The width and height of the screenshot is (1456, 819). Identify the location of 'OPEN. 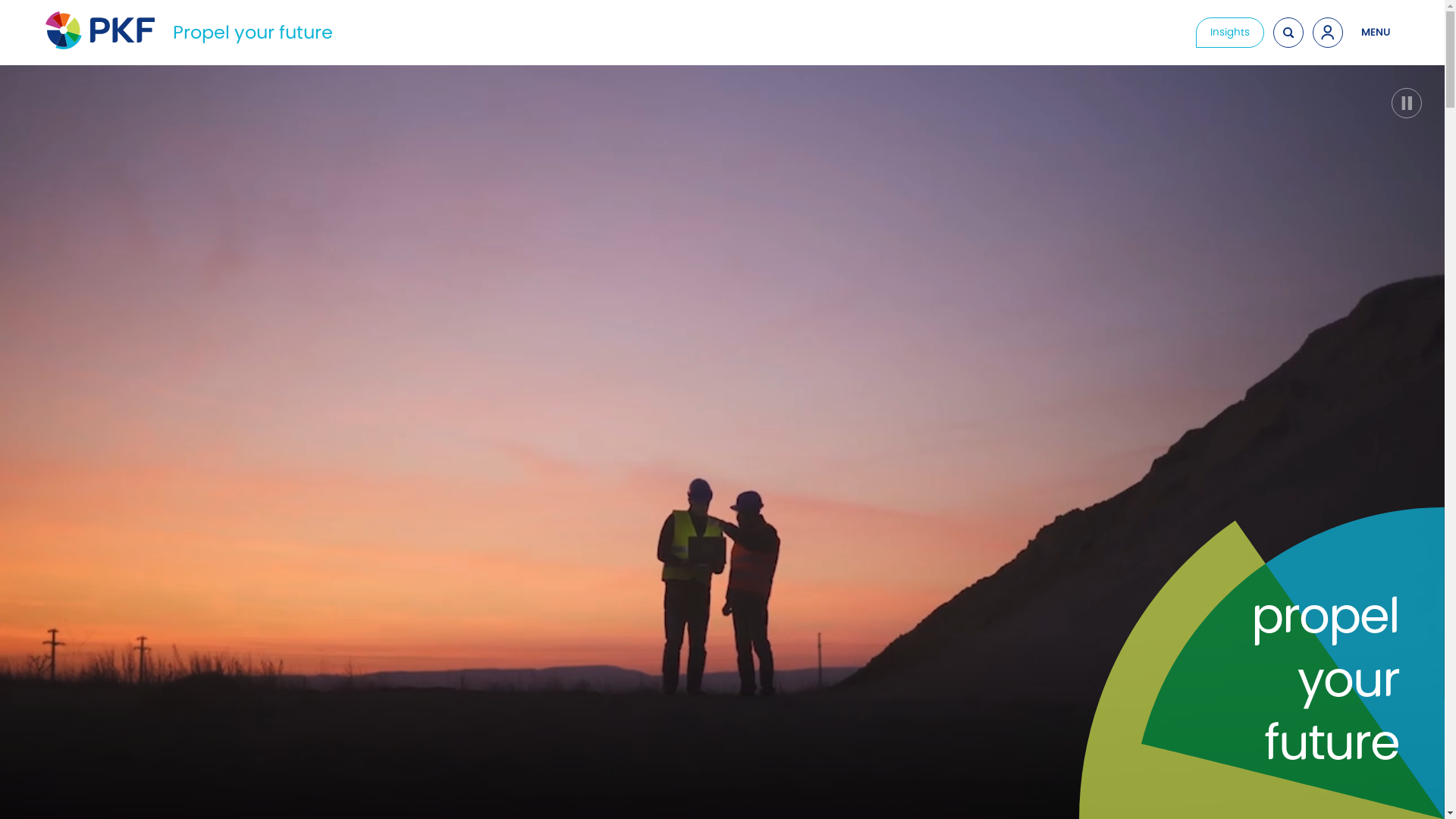
(1376, 32).